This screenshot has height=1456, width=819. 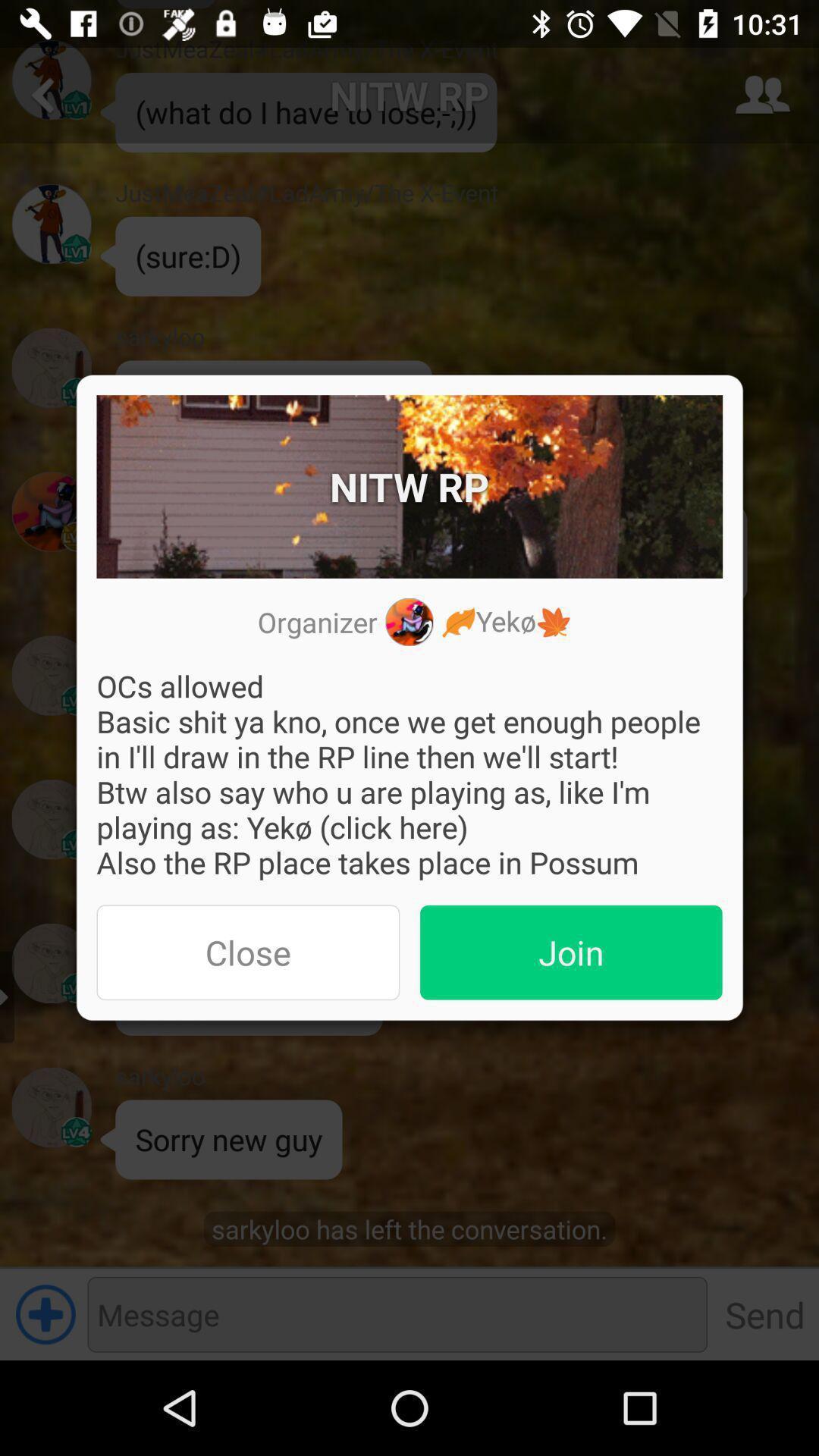 I want to click on the app below ocs allowed basic, so click(x=247, y=952).